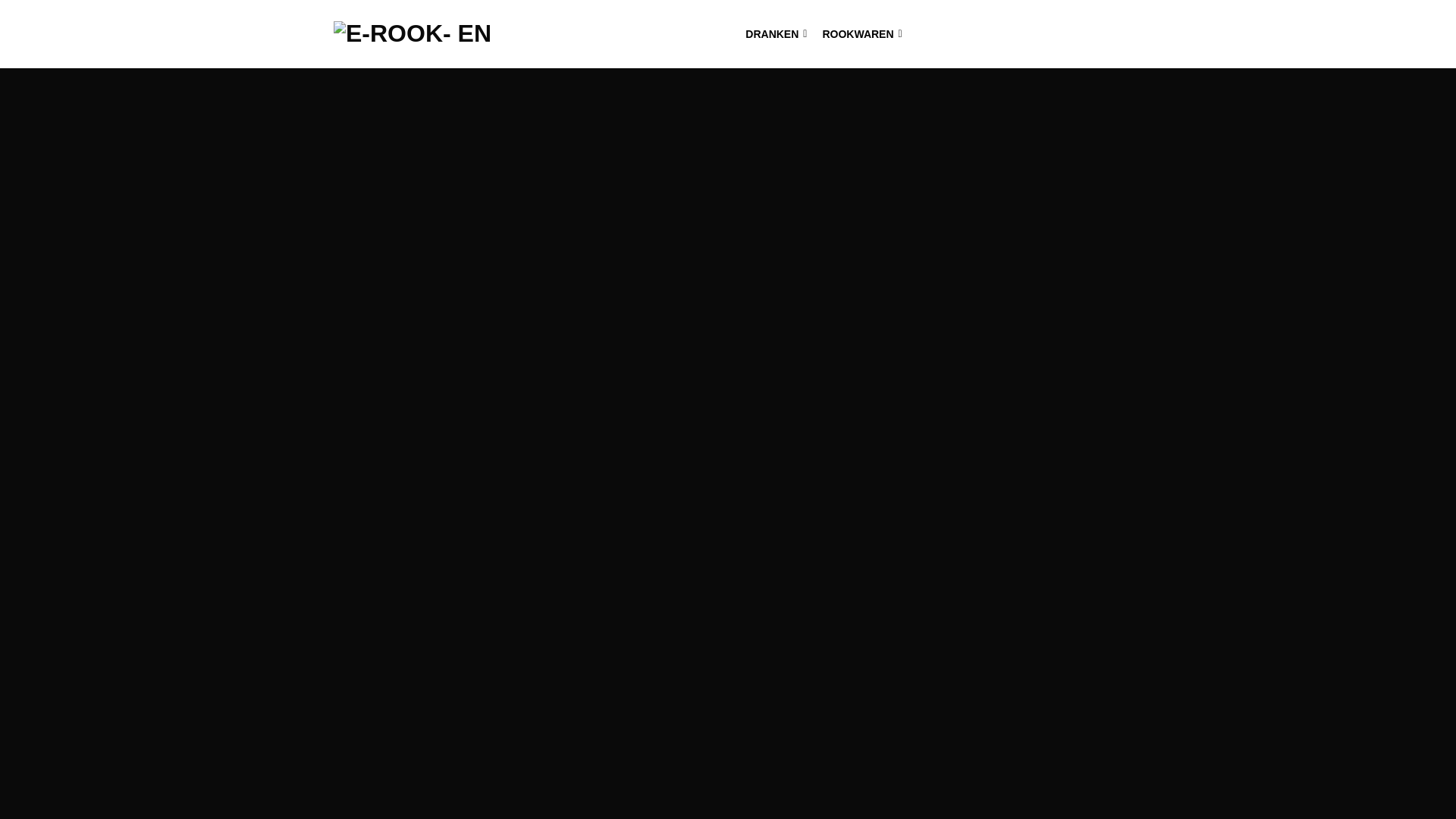  Describe the element at coordinates (0, 0) in the screenshot. I see `'Skip to content'` at that location.